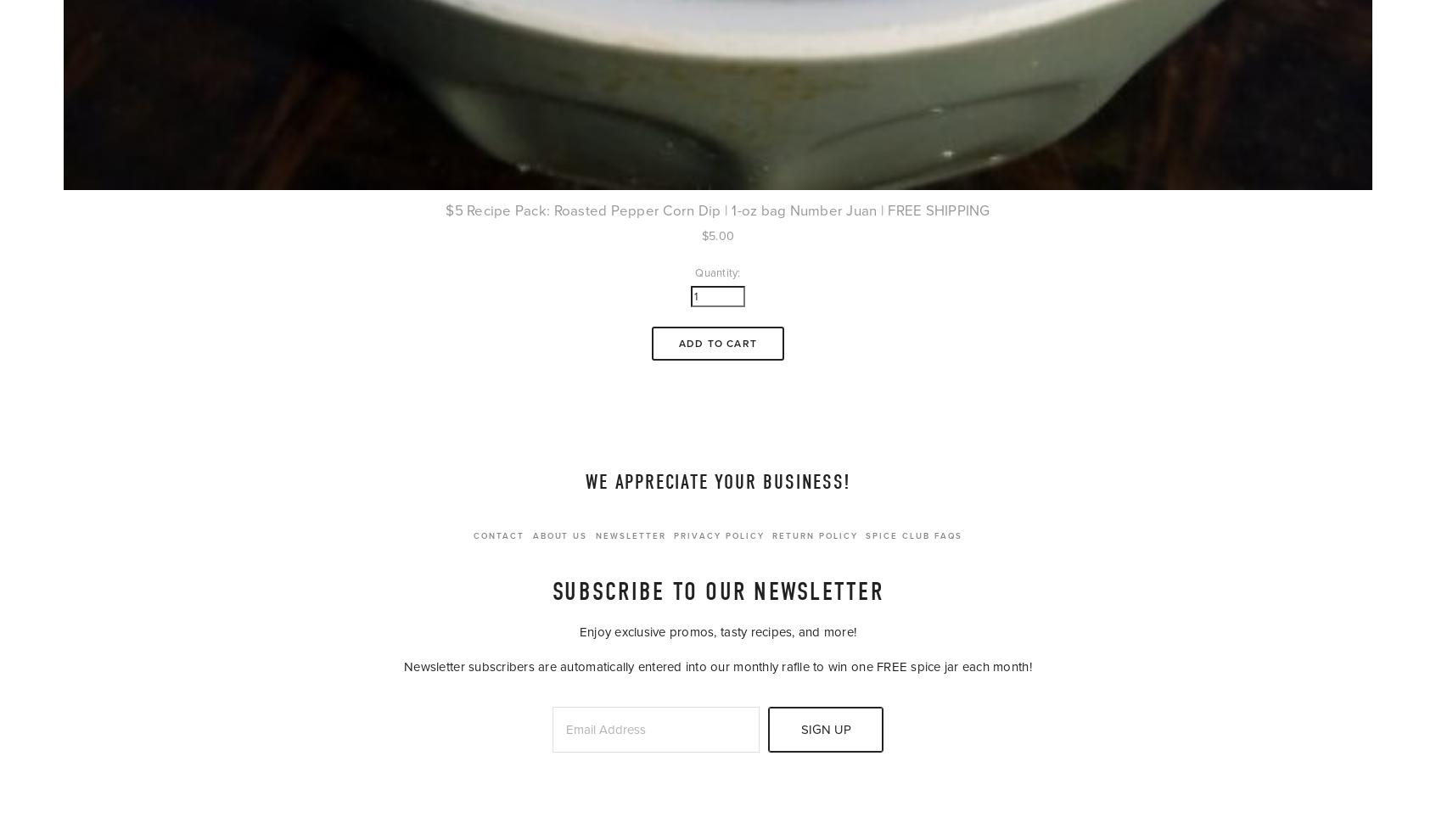 This screenshot has height=840, width=1436. I want to click on '$5.00', so click(717, 235).